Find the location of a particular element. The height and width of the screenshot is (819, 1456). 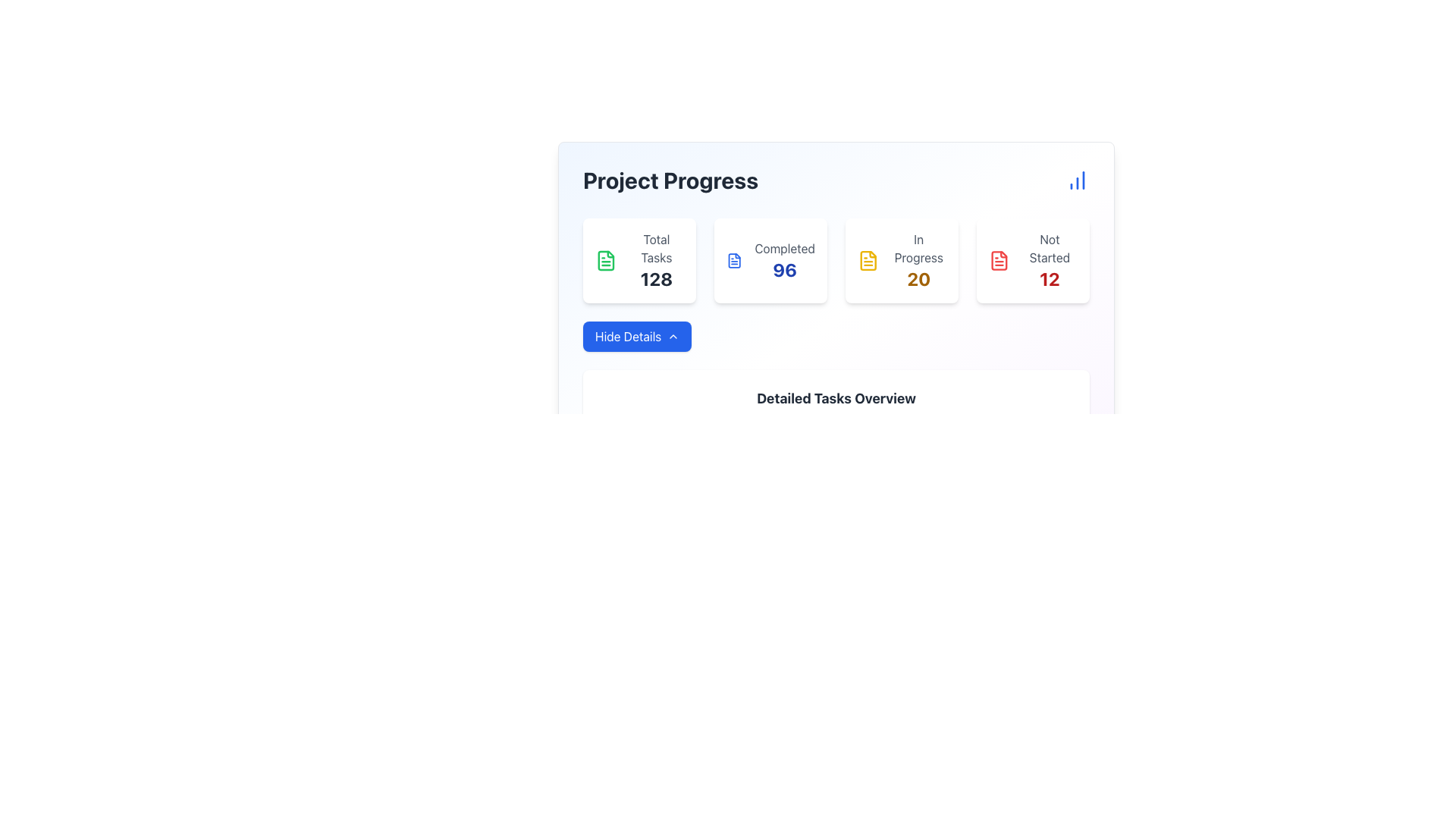

text 'Total Tasks' from the label styled in light gray font, located above the number '128' within the first card in the top-left section of the interface is located at coordinates (656, 247).